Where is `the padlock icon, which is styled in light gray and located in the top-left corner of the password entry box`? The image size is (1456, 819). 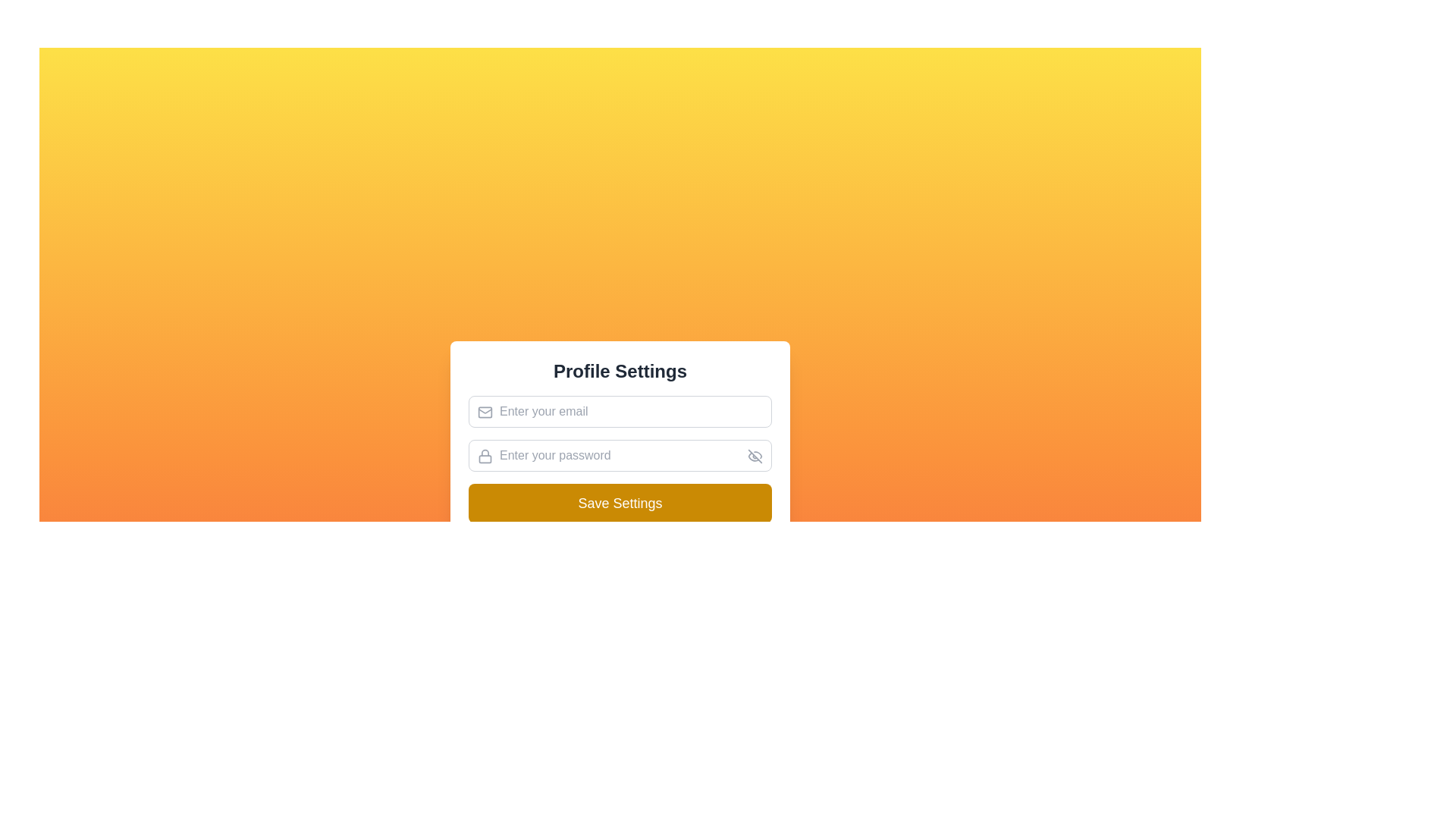
the padlock icon, which is styled in light gray and located in the top-left corner of the password entry box is located at coordinates (484, 455).